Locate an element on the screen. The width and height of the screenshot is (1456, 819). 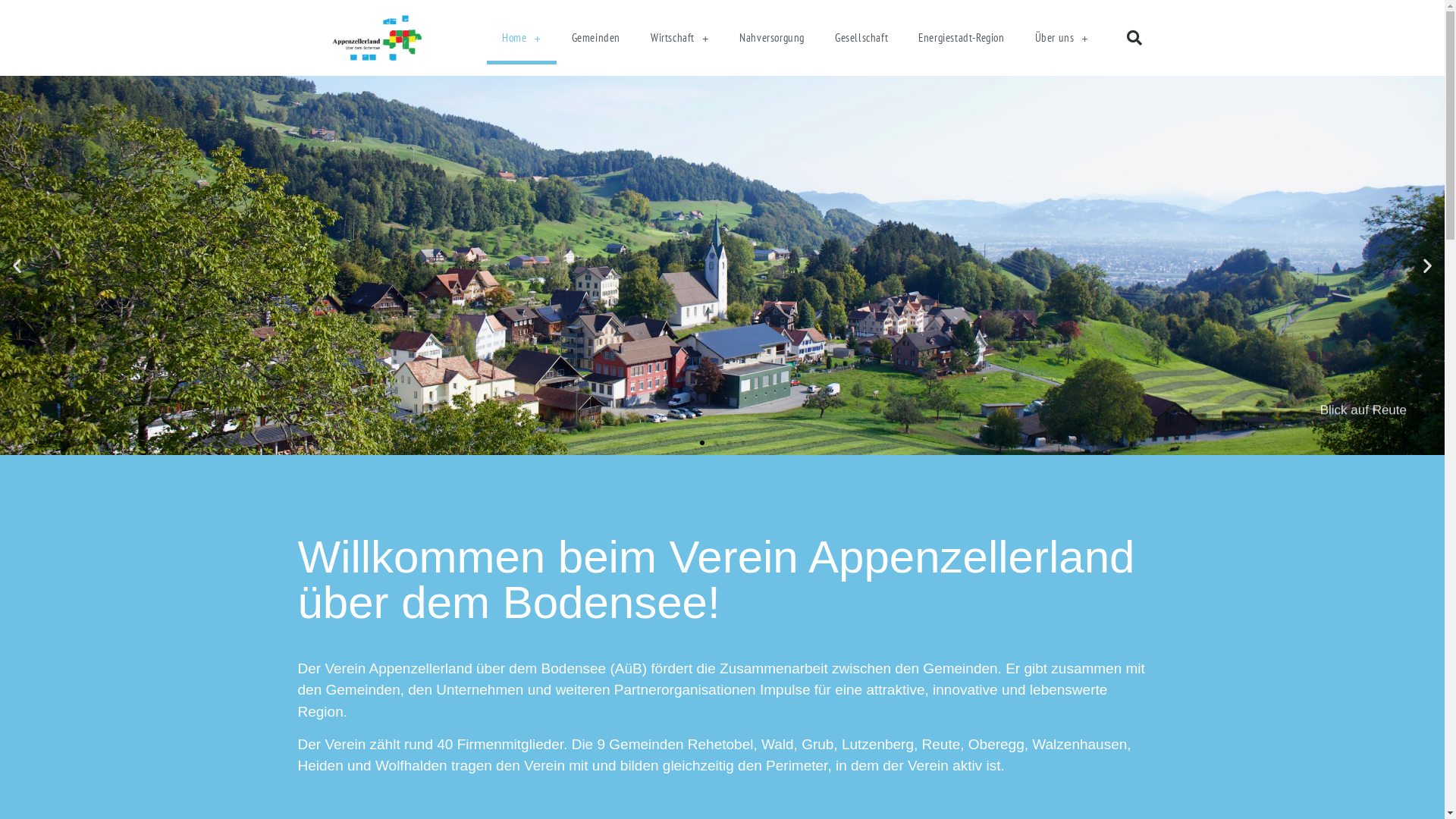
'Wirtschaft' is located at coordinates (679, 37).